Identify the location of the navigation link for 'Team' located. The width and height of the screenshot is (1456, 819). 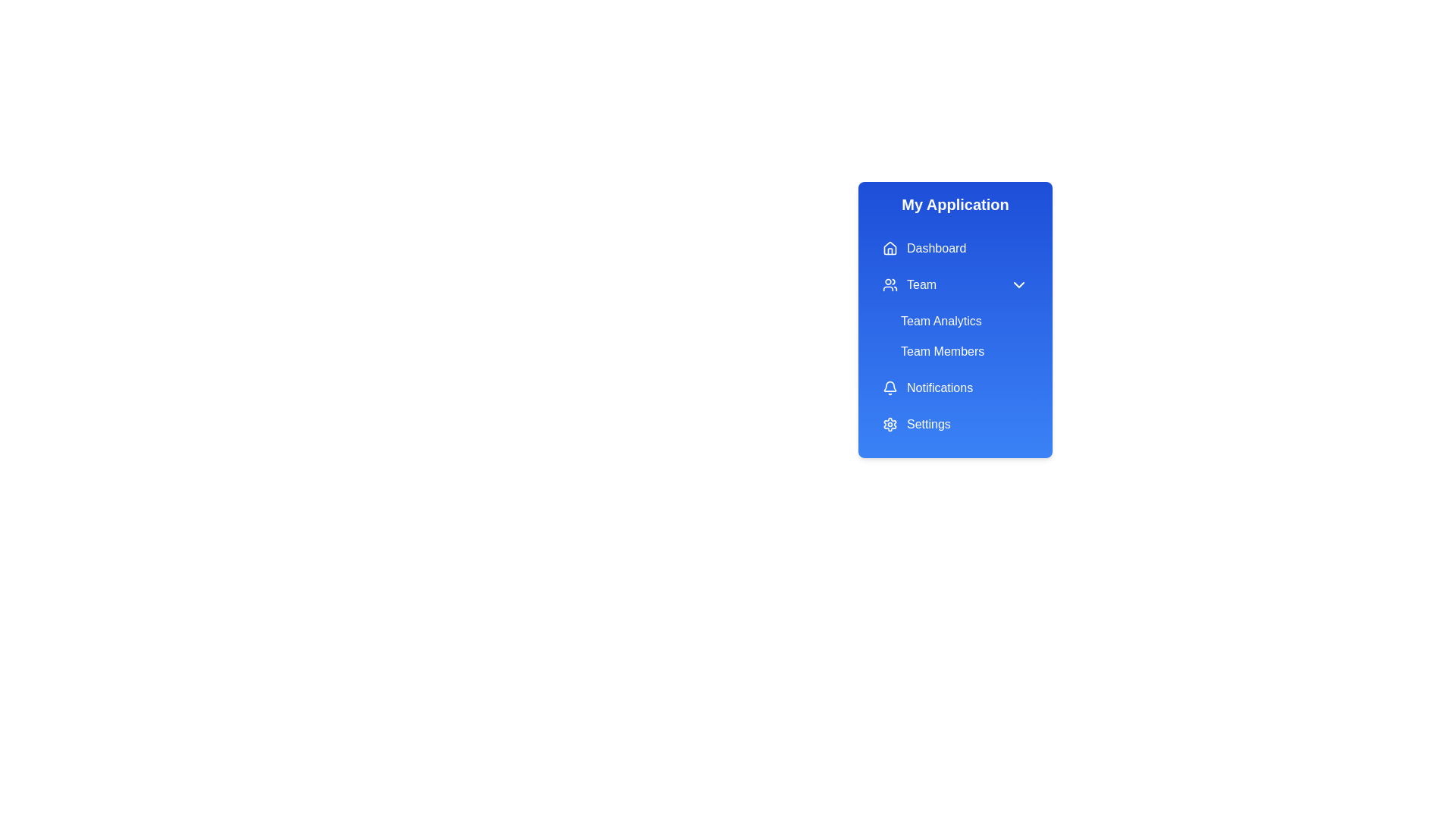
(909, 284).